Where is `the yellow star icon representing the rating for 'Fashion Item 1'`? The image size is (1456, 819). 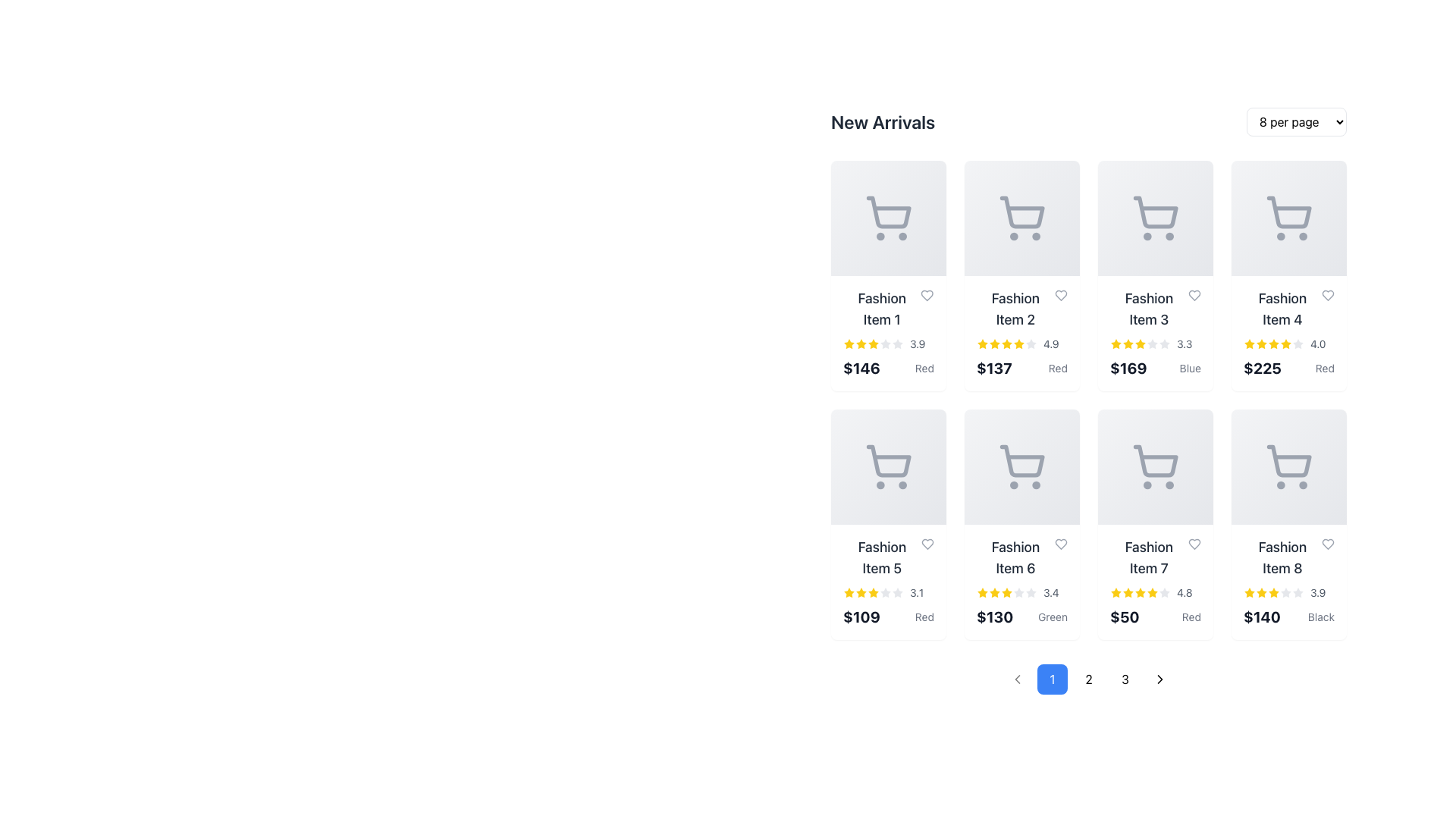
the yellow star icon representing the rating for 'Fashion Item 1' is located at coordinates (861, 344).